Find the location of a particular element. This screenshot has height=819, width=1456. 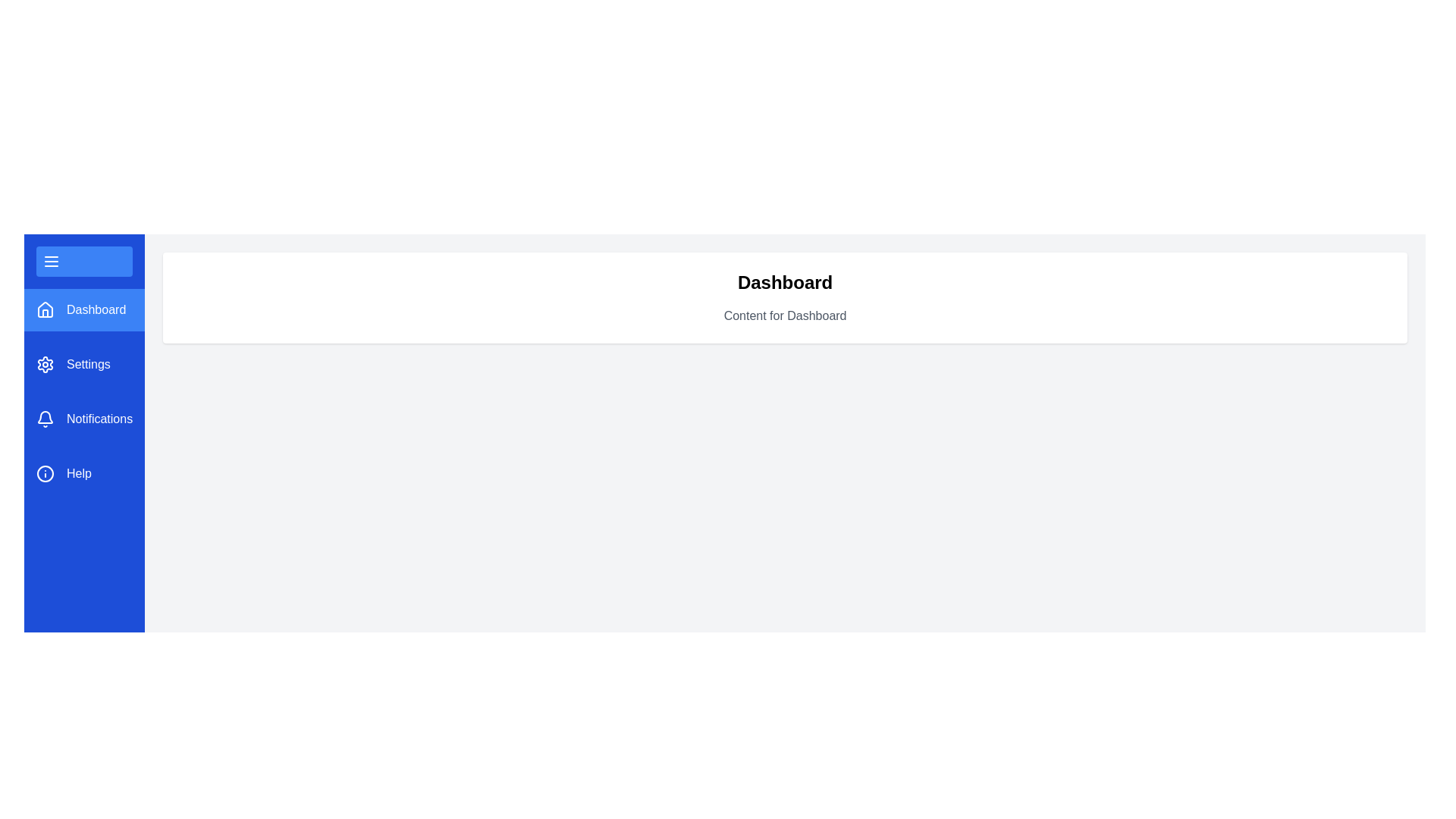

the second item in the vertical navigation menu, which leads to the Settings page is located at coordinates (83, 365).